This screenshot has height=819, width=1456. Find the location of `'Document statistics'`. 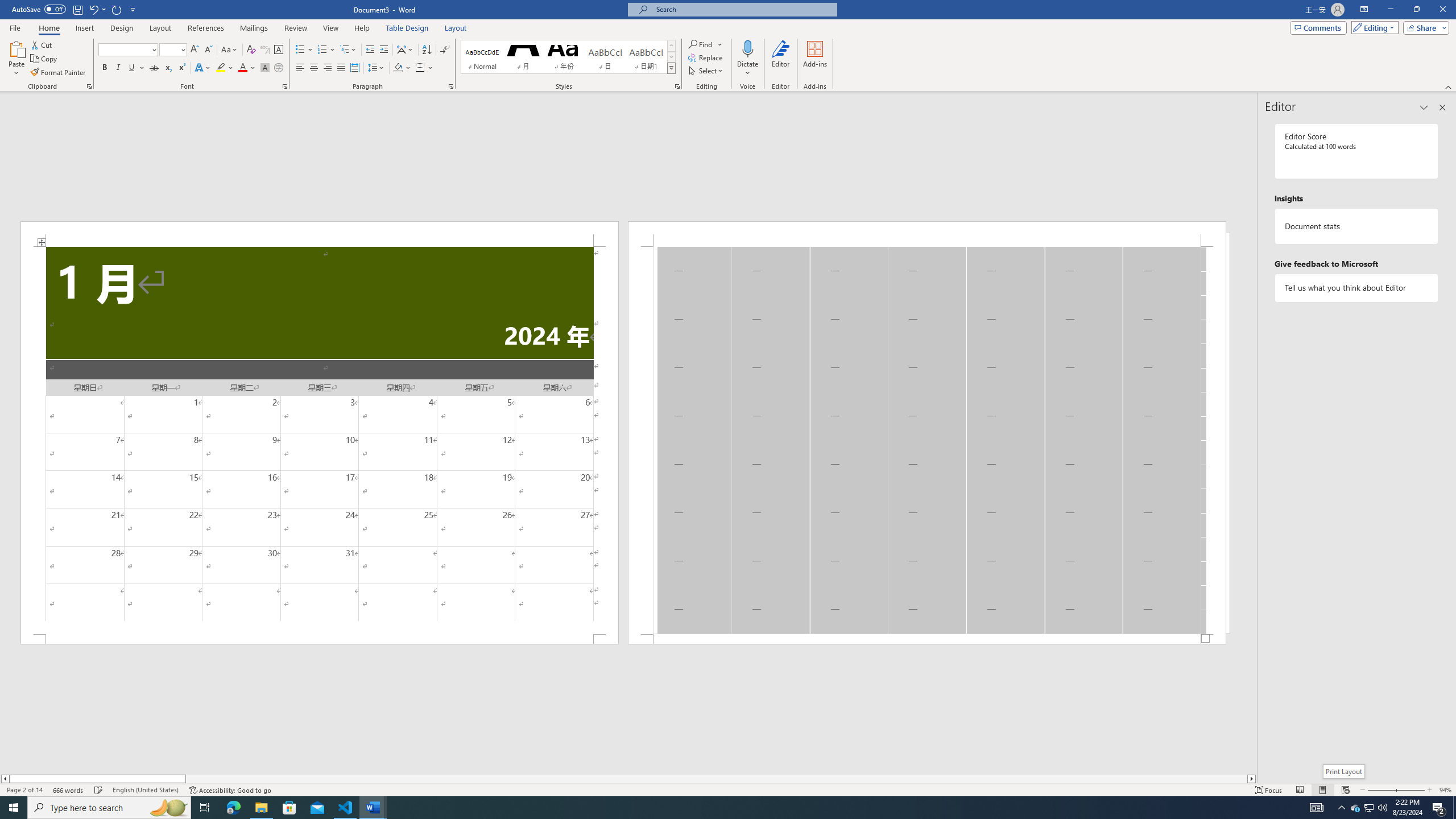

'Document statistics' is located at coordinates (1356, 226).